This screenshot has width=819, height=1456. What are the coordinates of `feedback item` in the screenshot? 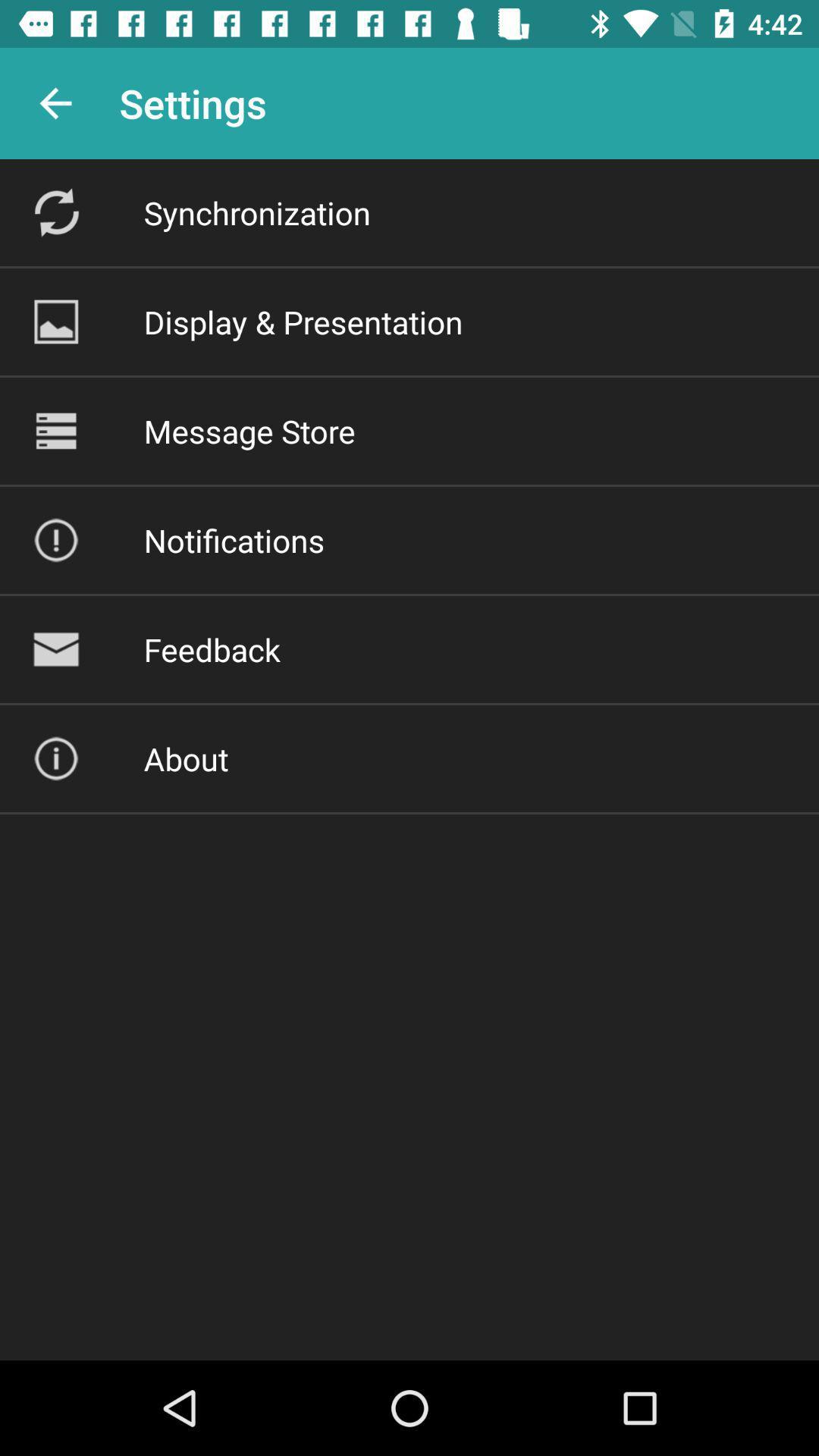 It's located at (212, 649).